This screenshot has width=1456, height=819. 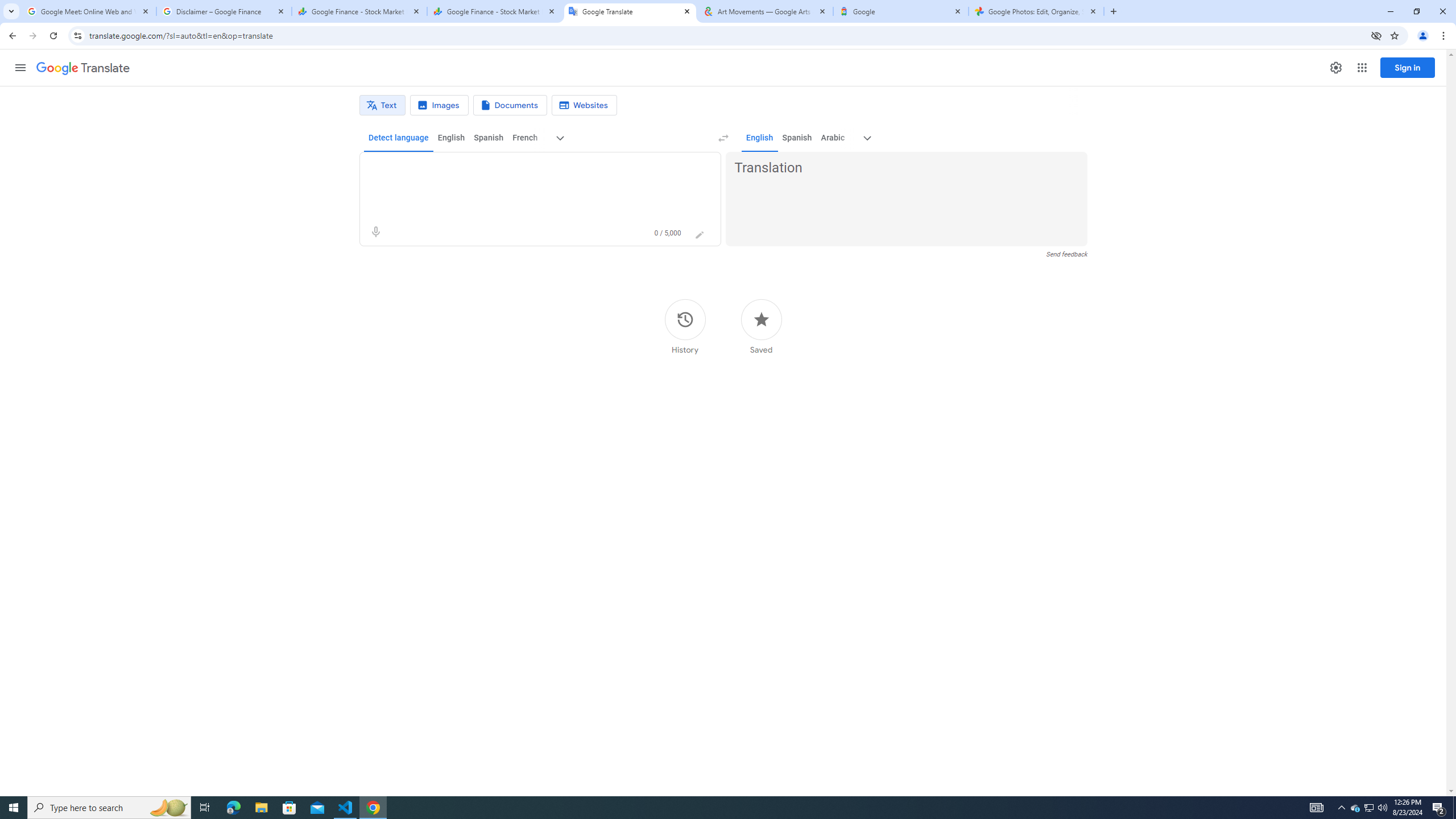 What do you see at coordinates (900, 11) in the screenshot?
I see `'Google'` at bounding box center [900, 11].